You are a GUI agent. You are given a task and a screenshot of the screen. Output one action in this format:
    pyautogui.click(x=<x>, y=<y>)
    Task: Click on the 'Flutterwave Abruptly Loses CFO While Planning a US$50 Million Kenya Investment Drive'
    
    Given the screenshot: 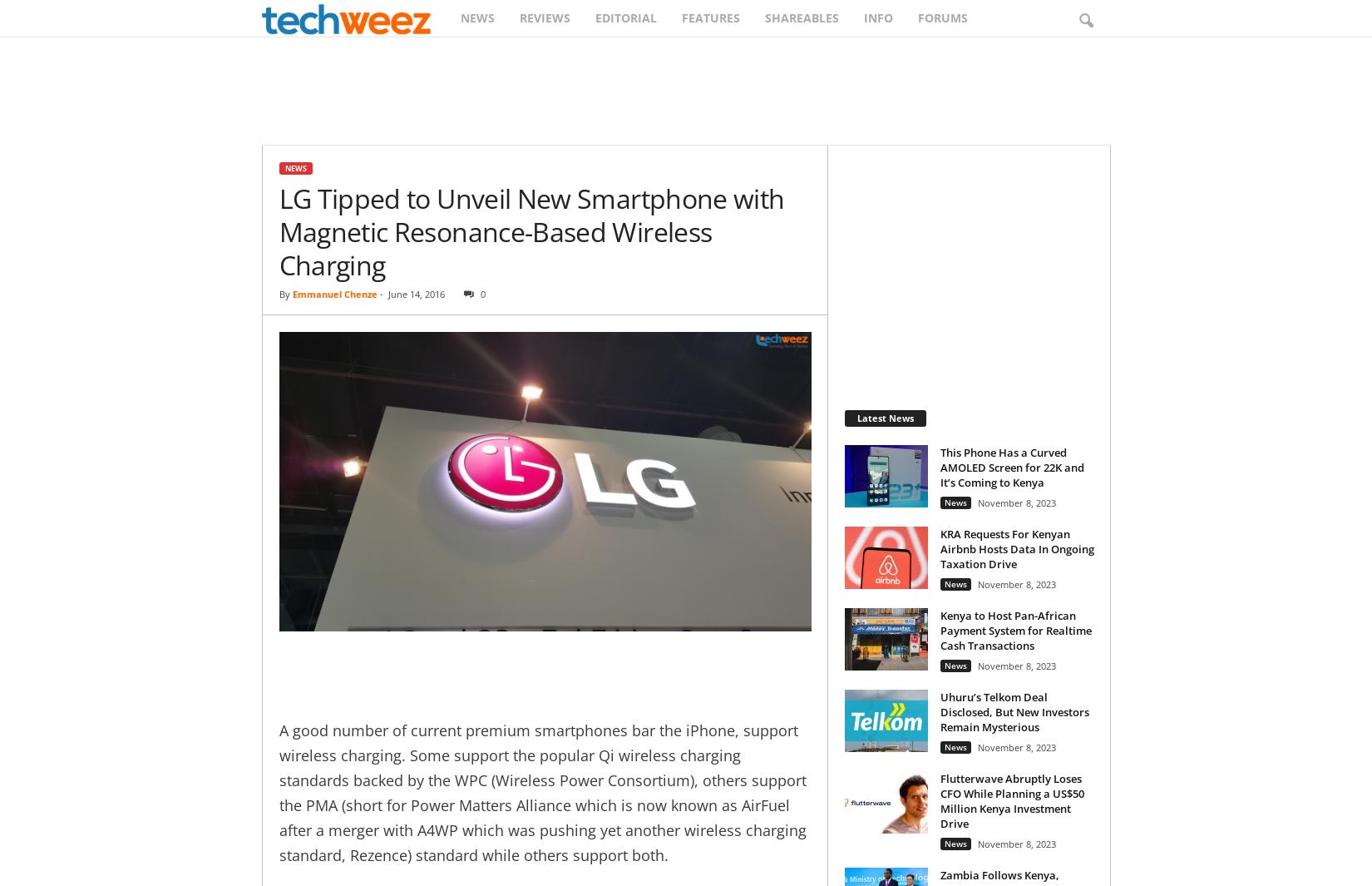 What is the action you would take?
    pyautogui.click(x=1011, y=800)
    